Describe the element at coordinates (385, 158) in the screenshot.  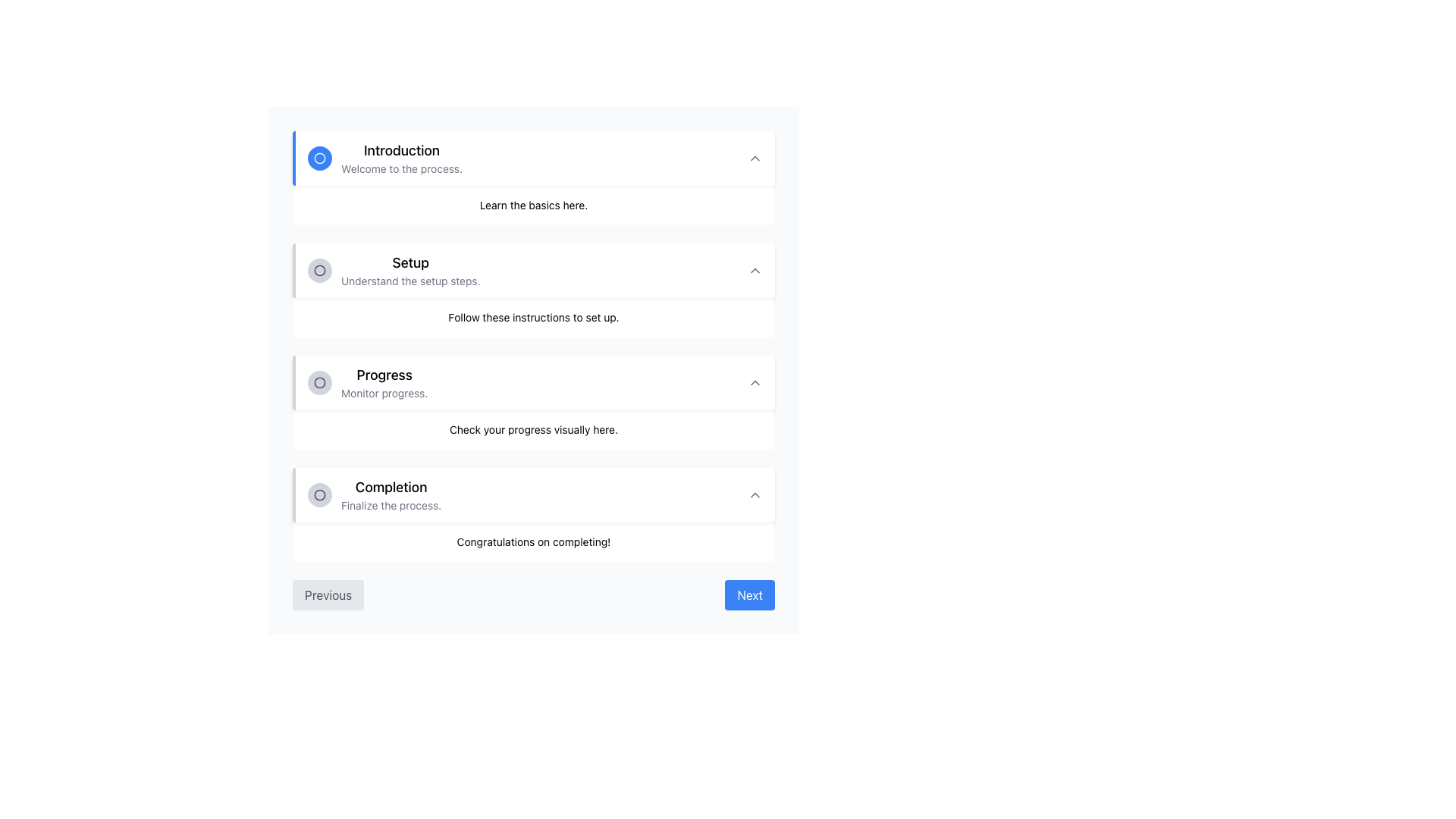
I see `the 'Introduction' text element with a circular blue icon, which is positioned at the top of the list above 'Setup'` at that location.